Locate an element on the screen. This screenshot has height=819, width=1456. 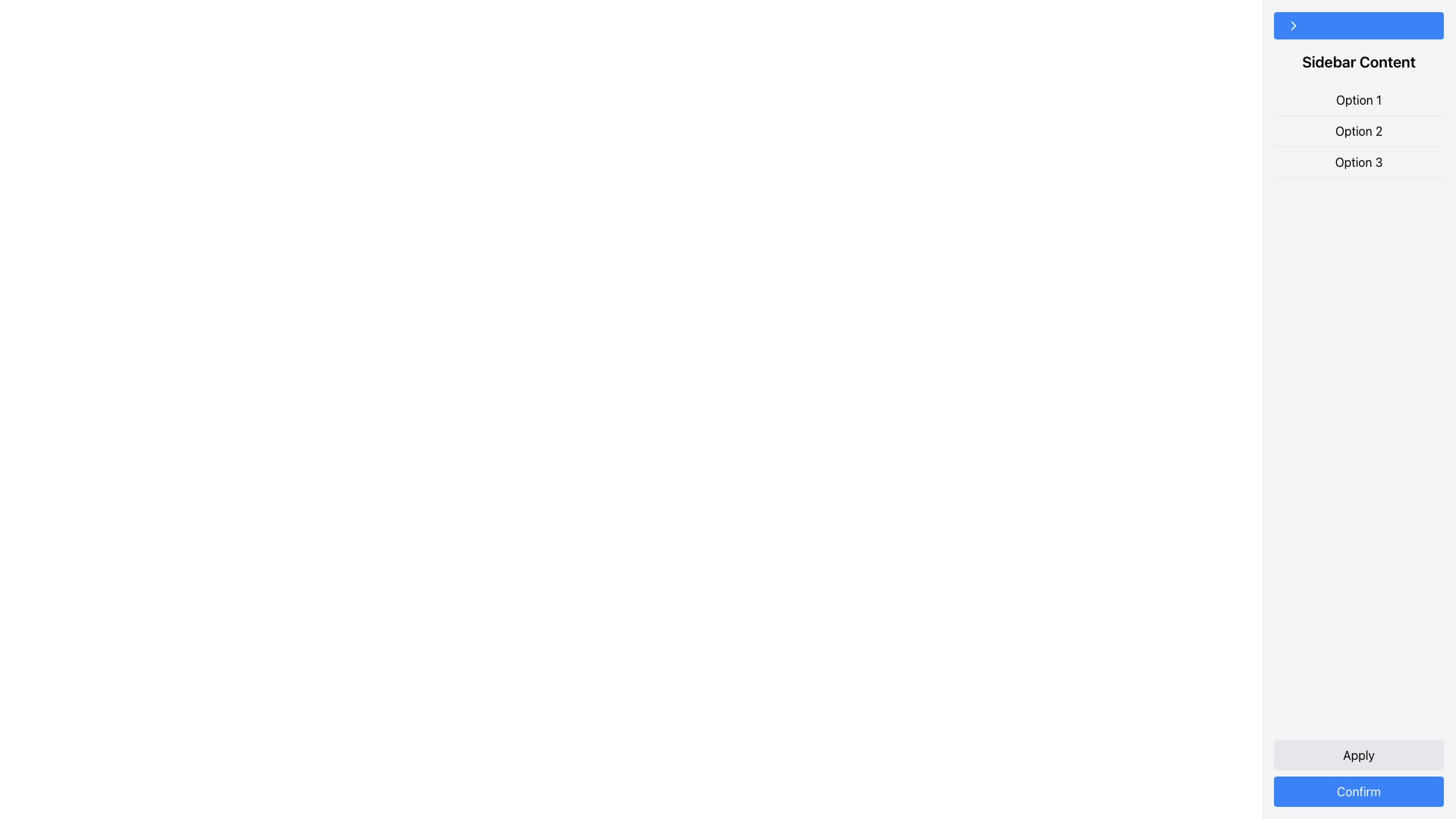
the 'Option 3' text label, which is the last option in a vertically stacked list of three options in the sidebar is located at coordinates (1358, 162).